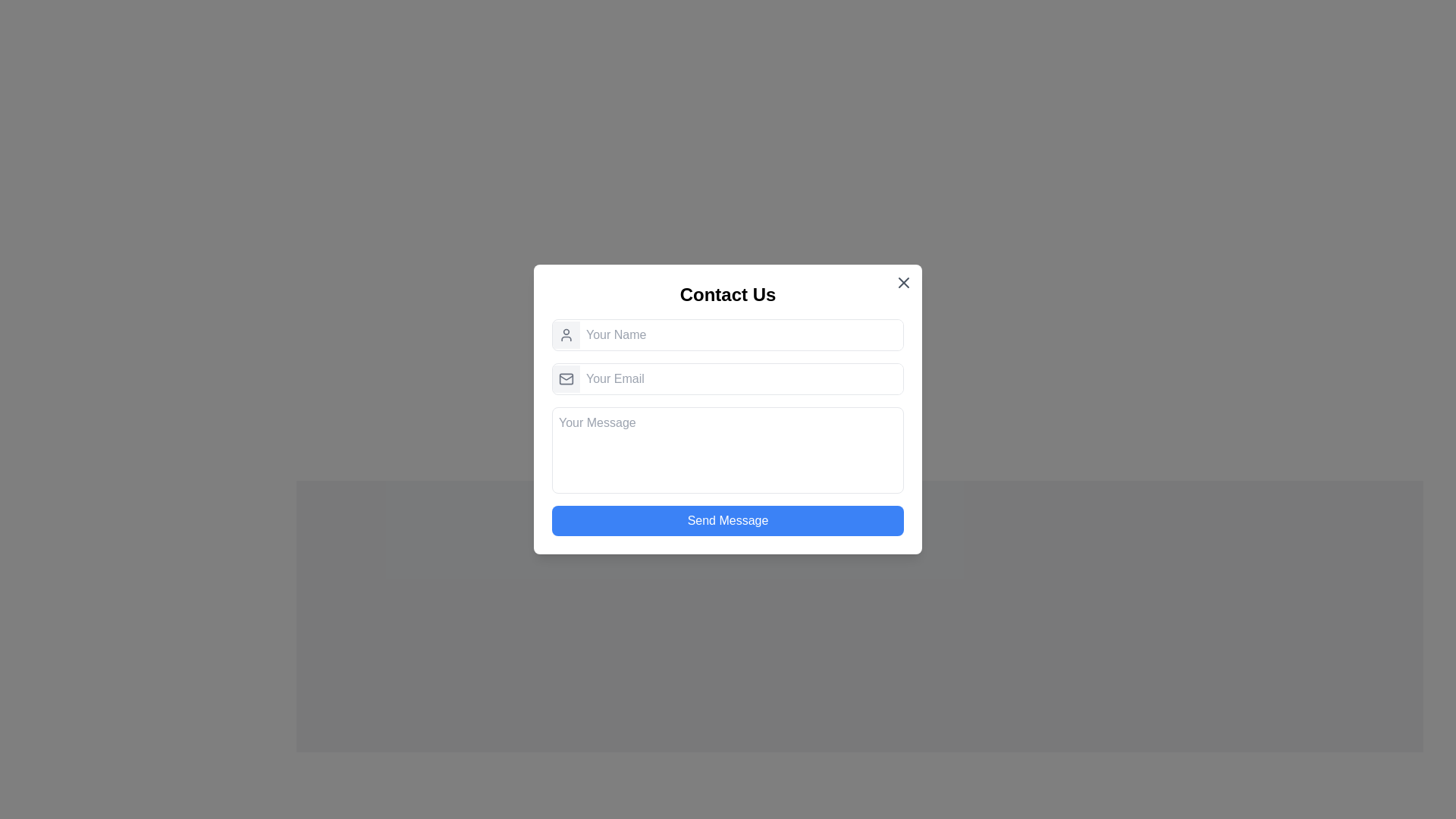 The width and height of the screenshot is (1456, 819). What do you see at coordinates (728, 378) in the screenshot?
I see `the Email input field in the 'Contact Us' form section` at bounding box center [728, 378].